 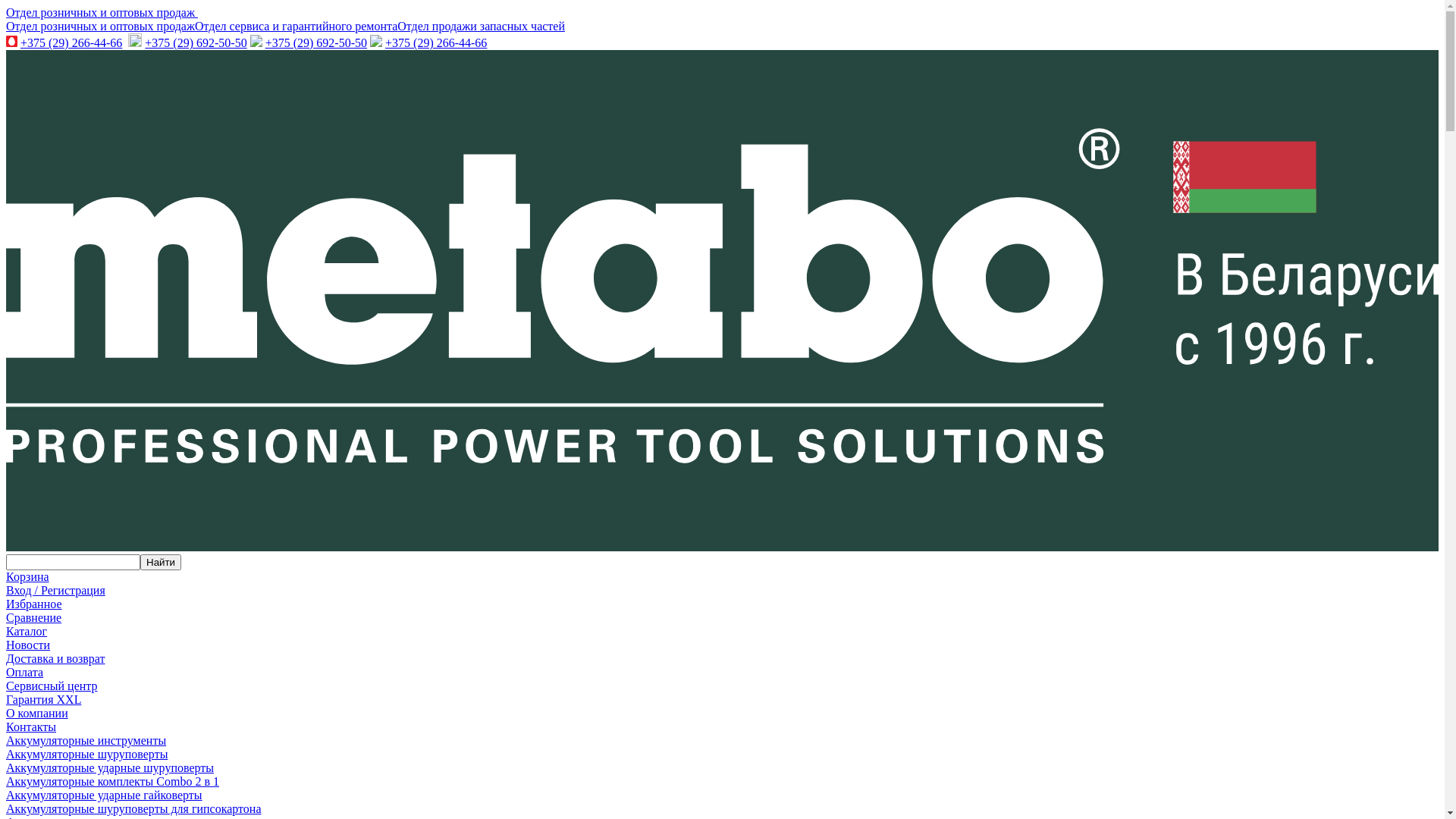 I want to click on '+375 (29) 692-50-50', so click(x=195, y=42).